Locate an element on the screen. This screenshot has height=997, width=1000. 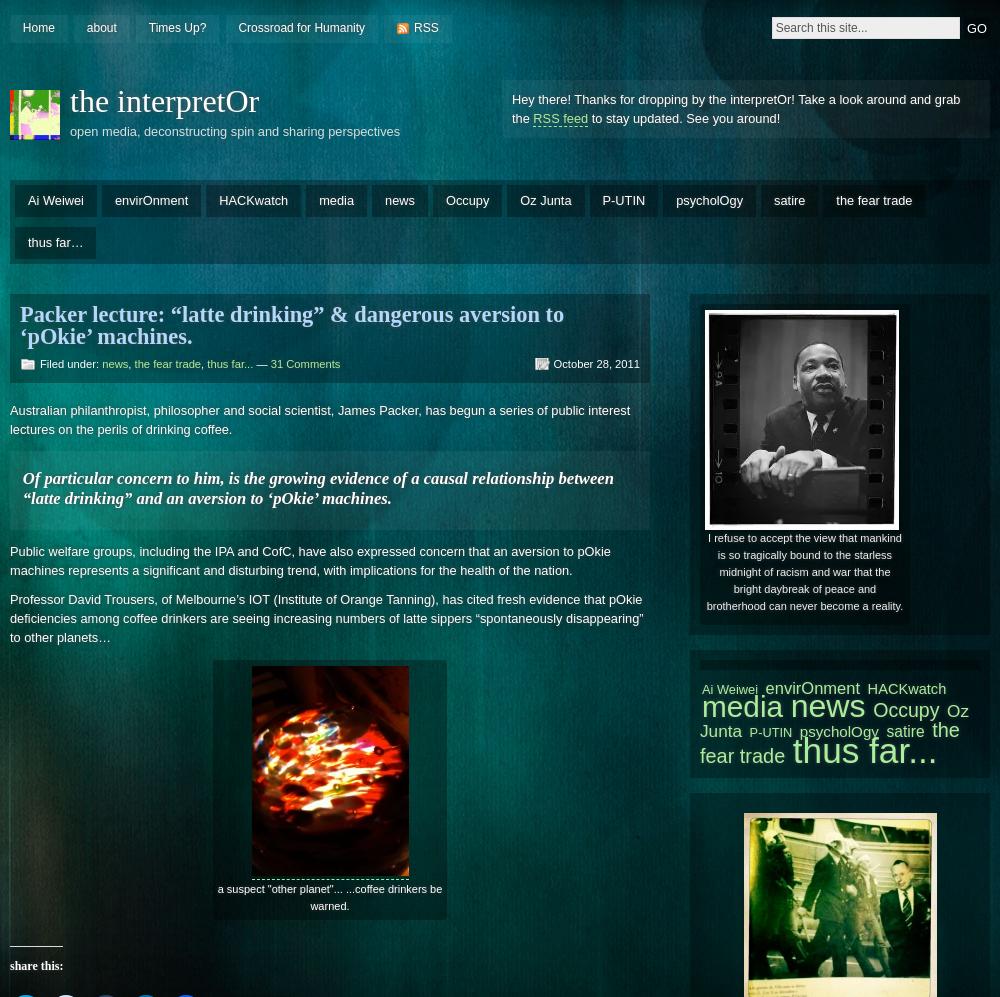
'RSS feed' is located at coordinates (560, 117).